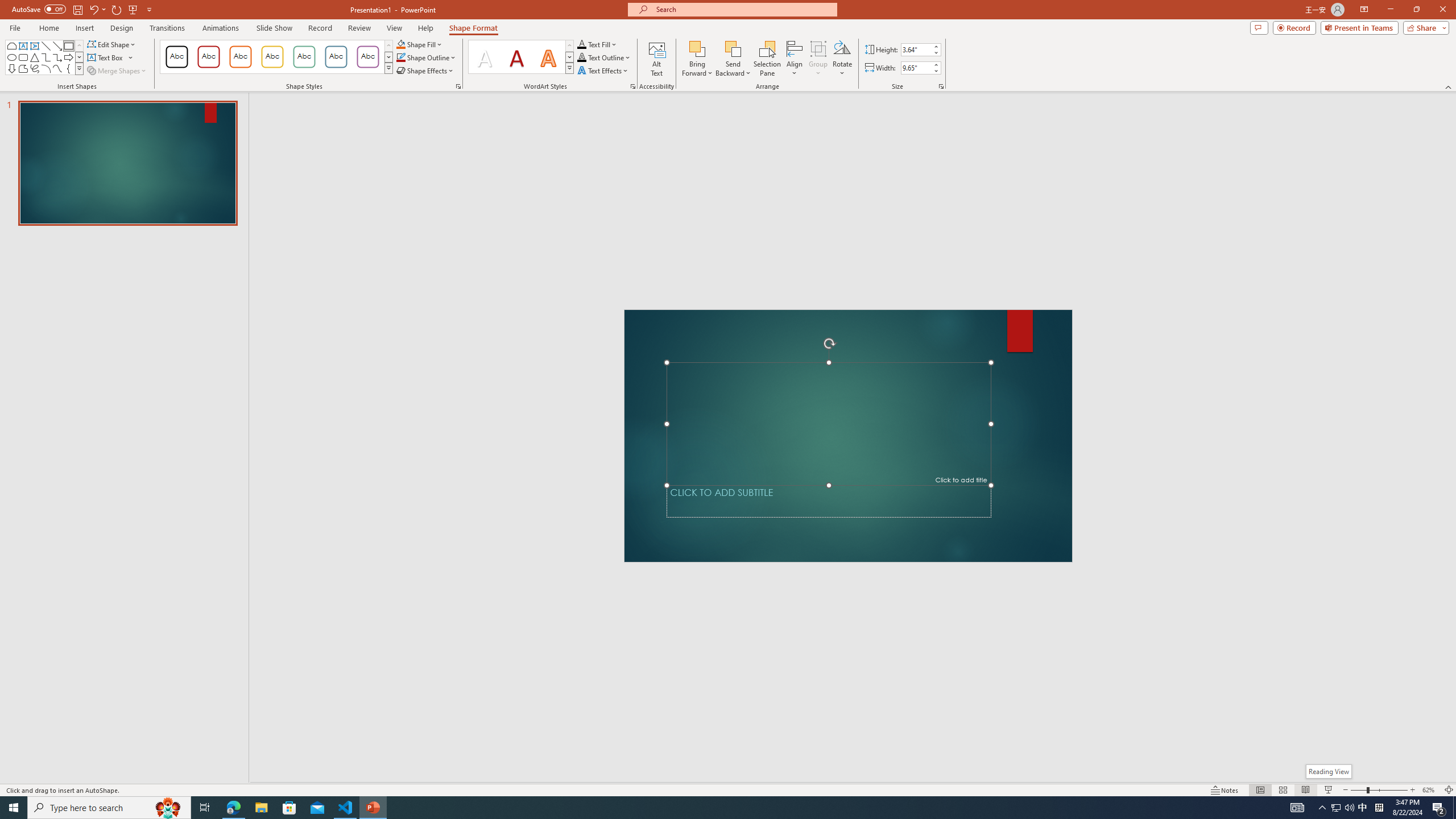  I want to click on 'Colored Outline - Green, Accent 4', so click(304, 56).